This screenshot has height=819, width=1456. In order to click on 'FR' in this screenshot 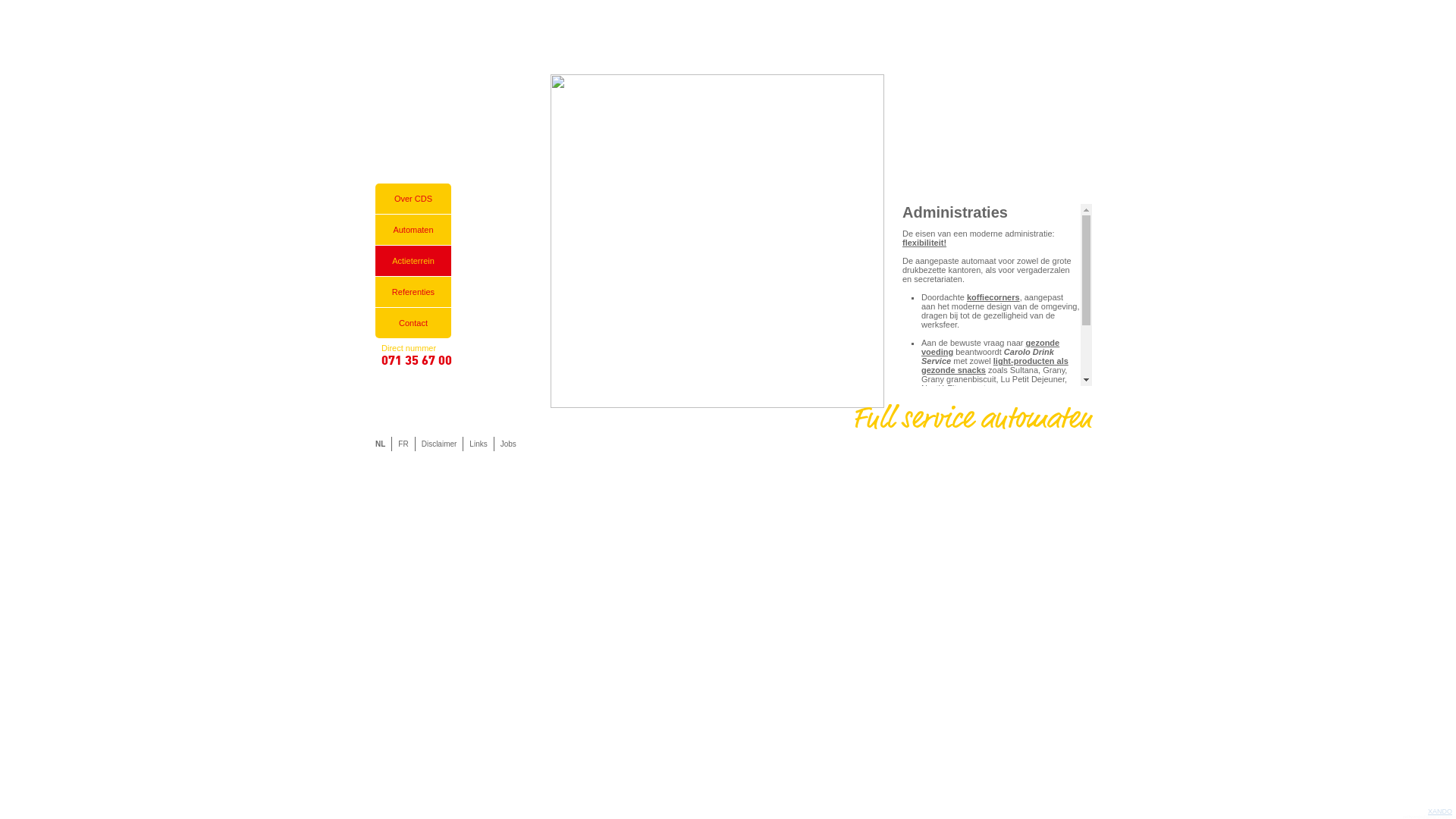, I will do `click(391, 444)`.